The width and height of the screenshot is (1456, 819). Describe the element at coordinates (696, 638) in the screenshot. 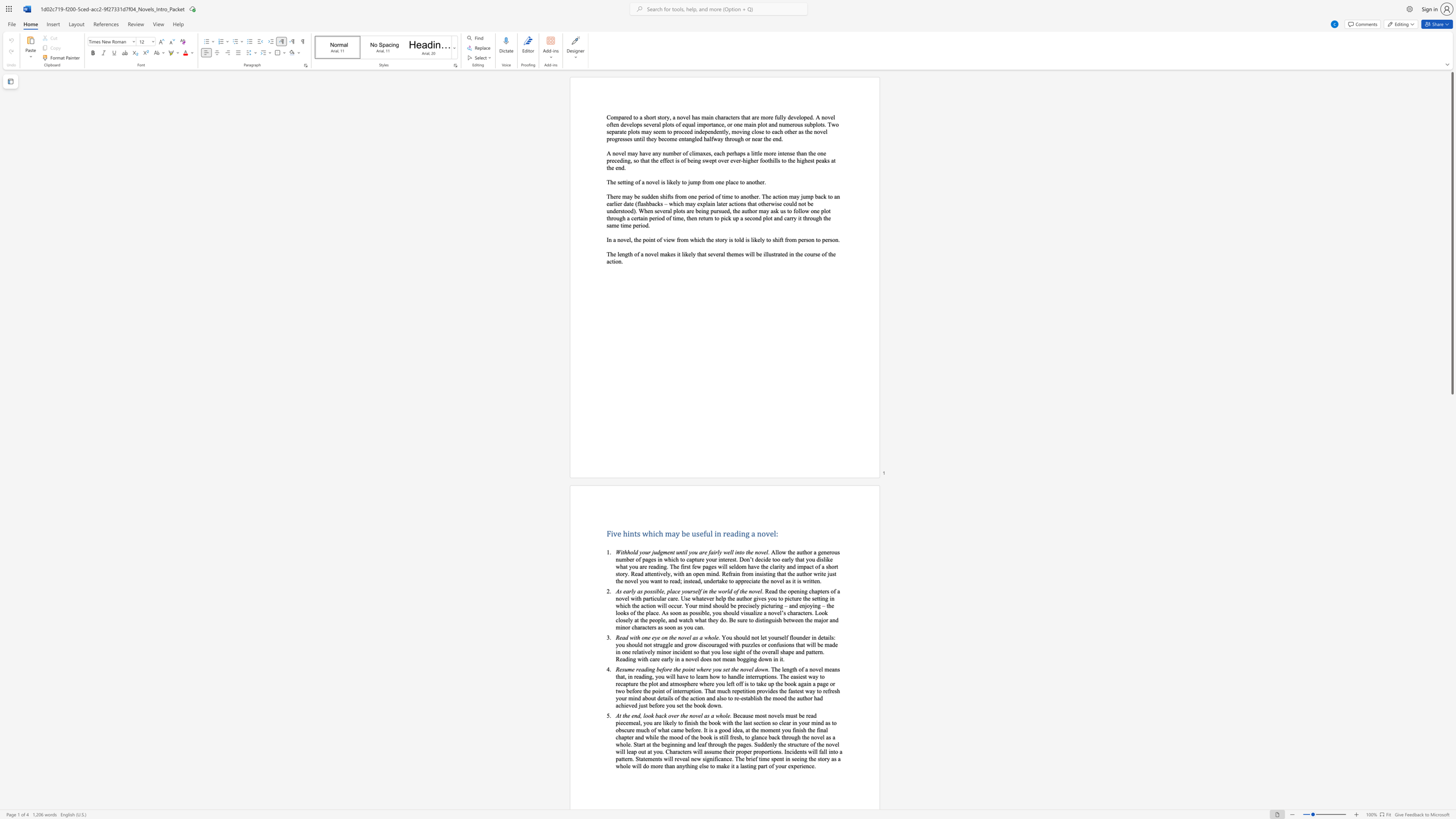

I see `the subset text "s a whole" within the text "Read with one eye on the novel as a whole"` at that location.